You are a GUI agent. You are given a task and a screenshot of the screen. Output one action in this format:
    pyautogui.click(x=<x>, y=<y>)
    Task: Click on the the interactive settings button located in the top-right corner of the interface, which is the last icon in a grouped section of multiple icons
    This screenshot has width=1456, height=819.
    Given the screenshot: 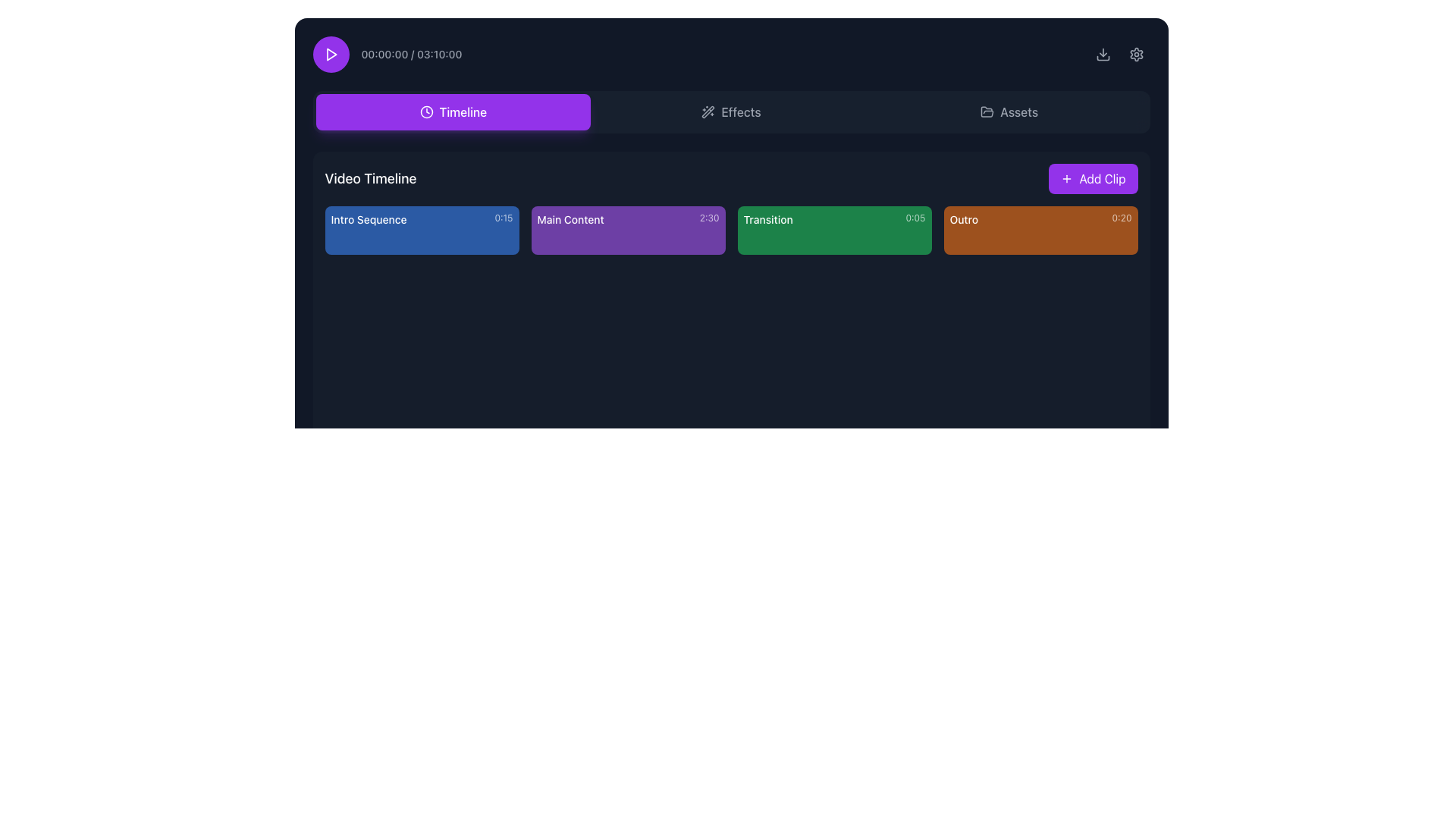 What is the action you would take?
    pyautogui.click(x=1136, y=54)
    